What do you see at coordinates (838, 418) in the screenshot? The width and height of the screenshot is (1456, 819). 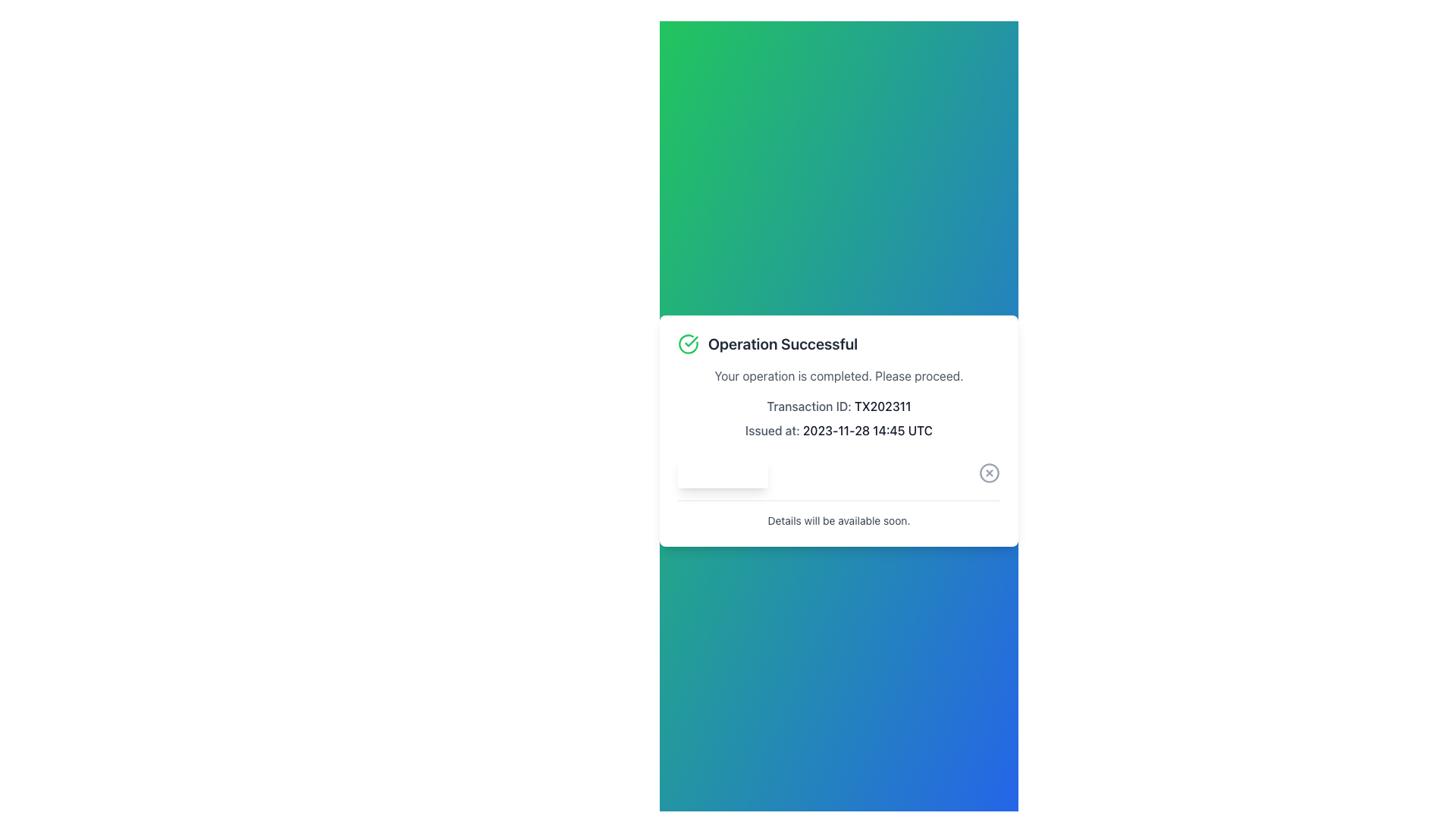 I see `information from the text block located below the main title and description text within the white dialog box, which includes the transaction's unique identifier and the timestamp` at bounding box center [838, 418].